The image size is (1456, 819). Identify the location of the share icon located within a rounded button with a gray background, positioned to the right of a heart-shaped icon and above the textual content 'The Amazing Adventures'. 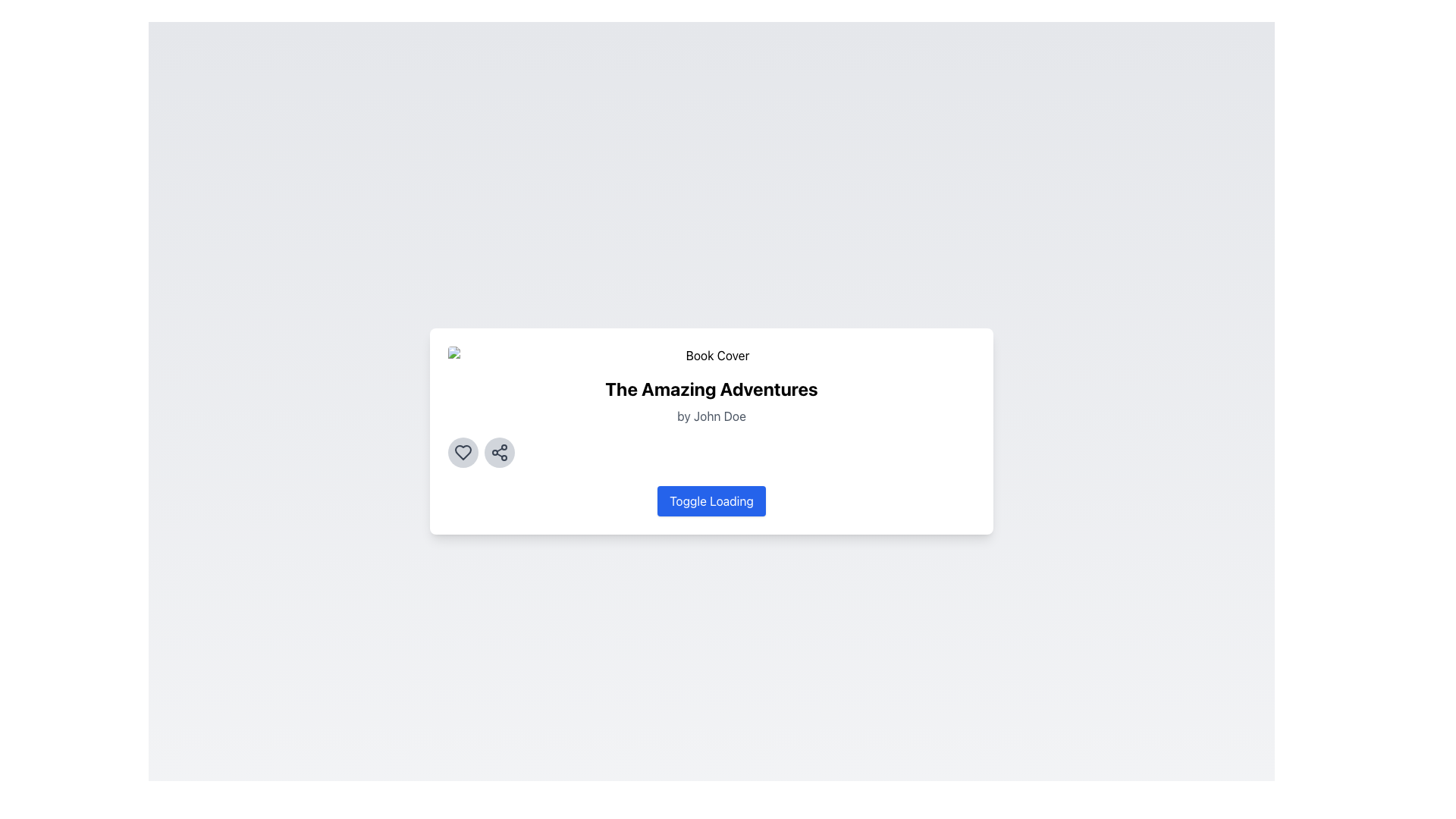
(500, 452).